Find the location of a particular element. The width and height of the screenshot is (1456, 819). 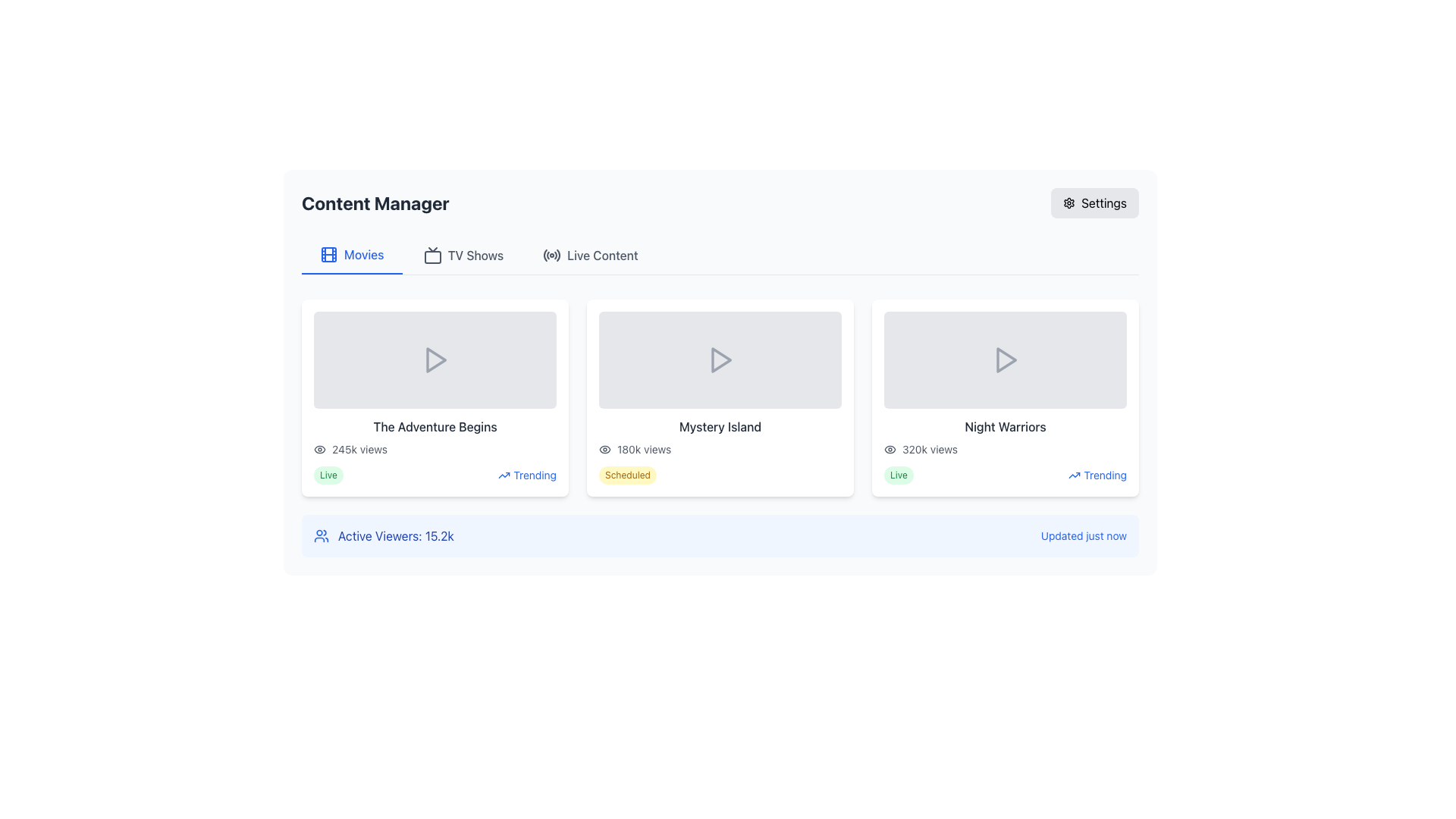

the 'Trending' label icon located in the bottom right corner of the card labeled 'The Adventure Begins', following the green 'Live' badge for visual context is located at coordinates (527, 475).